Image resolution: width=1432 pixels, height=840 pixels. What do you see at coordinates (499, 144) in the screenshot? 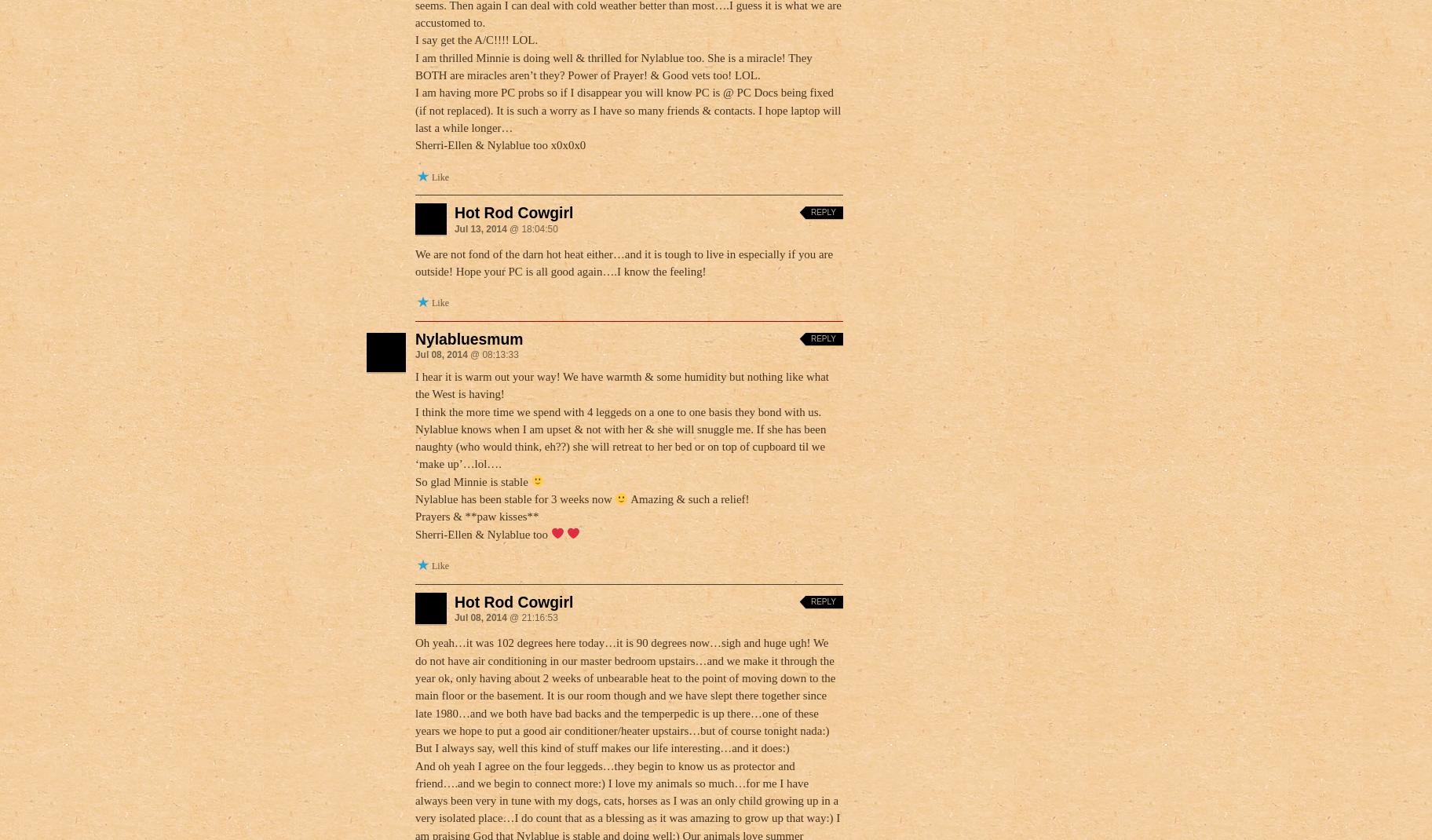
I see `'Sherri-Ellen & Nylablue too x0x0x0'` at bounding box center [499, 144].